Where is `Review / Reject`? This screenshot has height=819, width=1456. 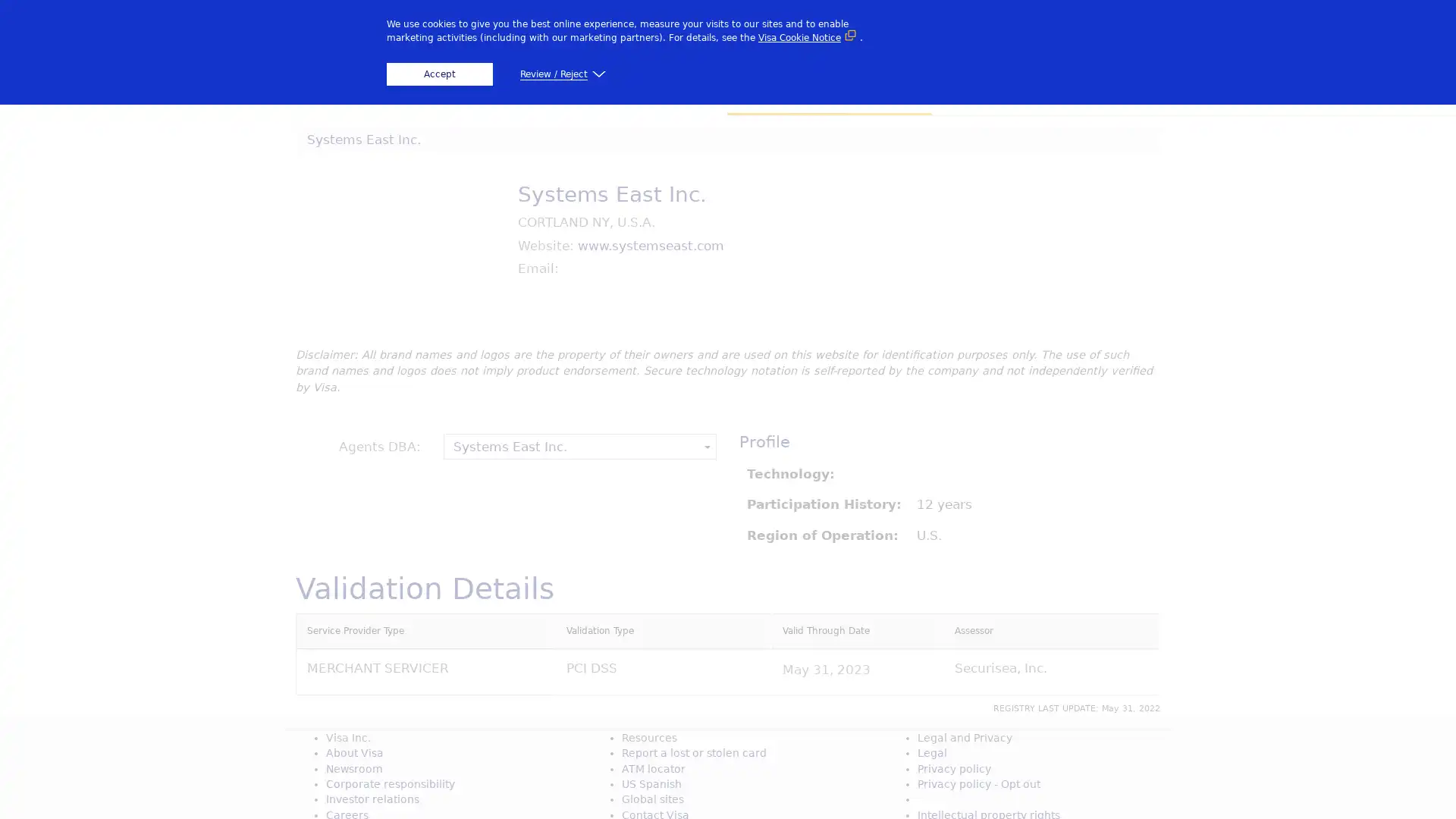 Review / Reject is located at coordinates (560, 73).